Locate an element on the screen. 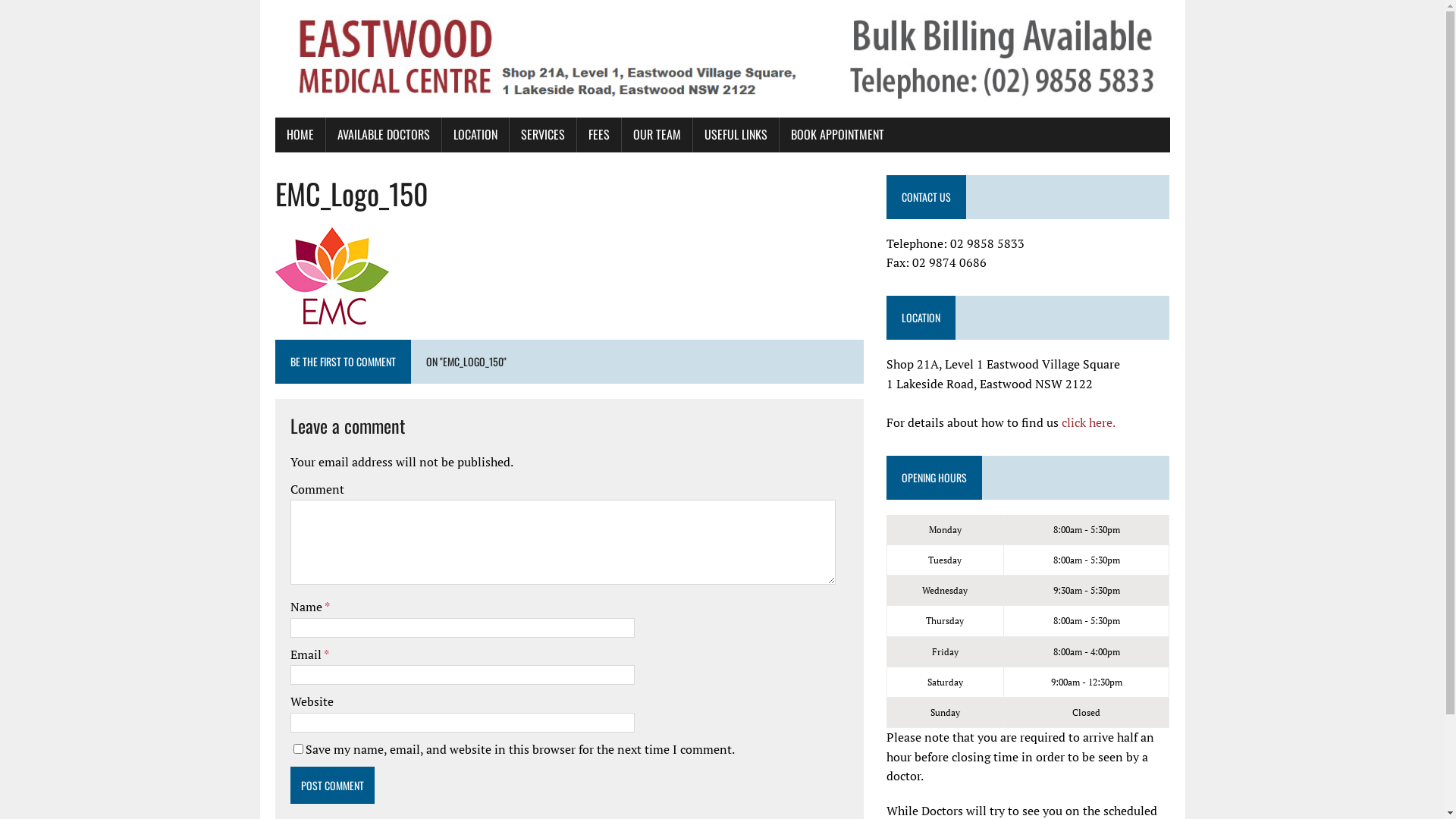  'OUR TEAM' is located at coordinates (657, 133).